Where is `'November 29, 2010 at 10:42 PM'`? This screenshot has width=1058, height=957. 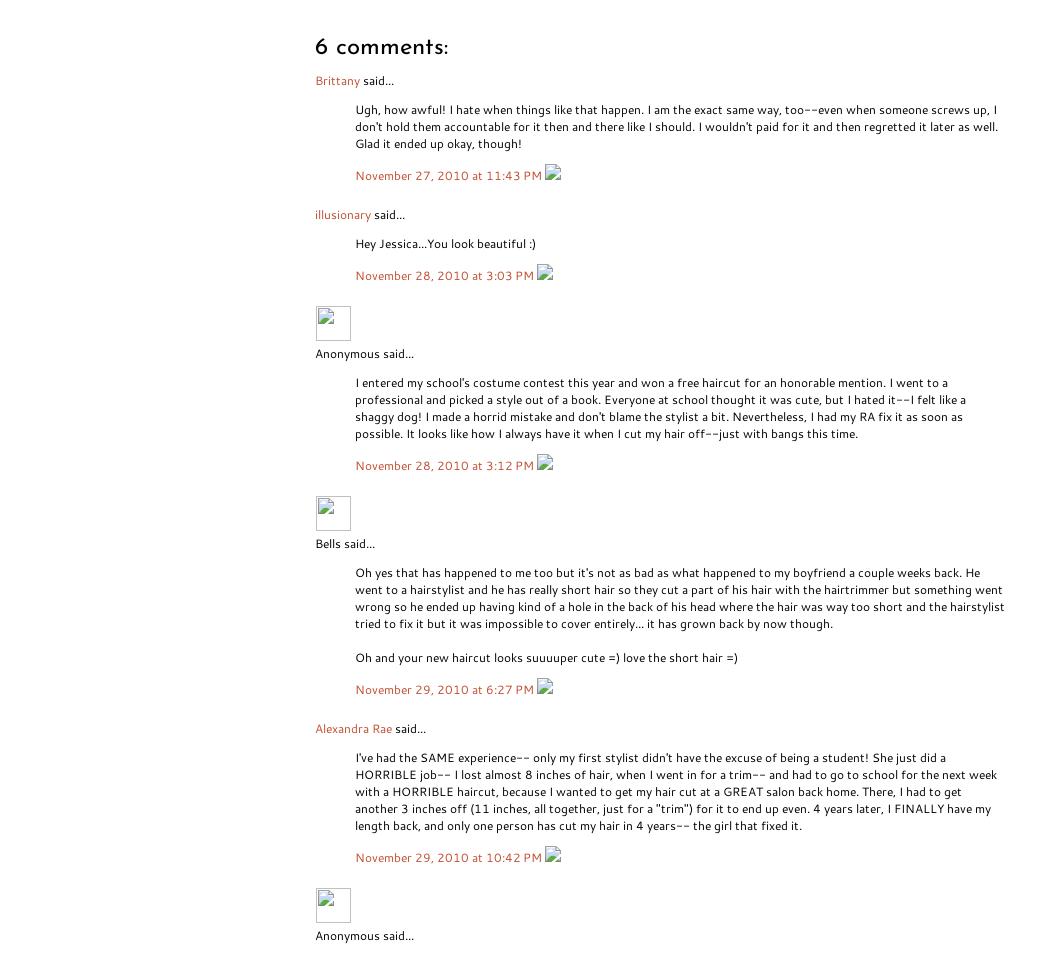
'November 29, 2010 at 10:42 PM' is located at coordinates (448, 855).